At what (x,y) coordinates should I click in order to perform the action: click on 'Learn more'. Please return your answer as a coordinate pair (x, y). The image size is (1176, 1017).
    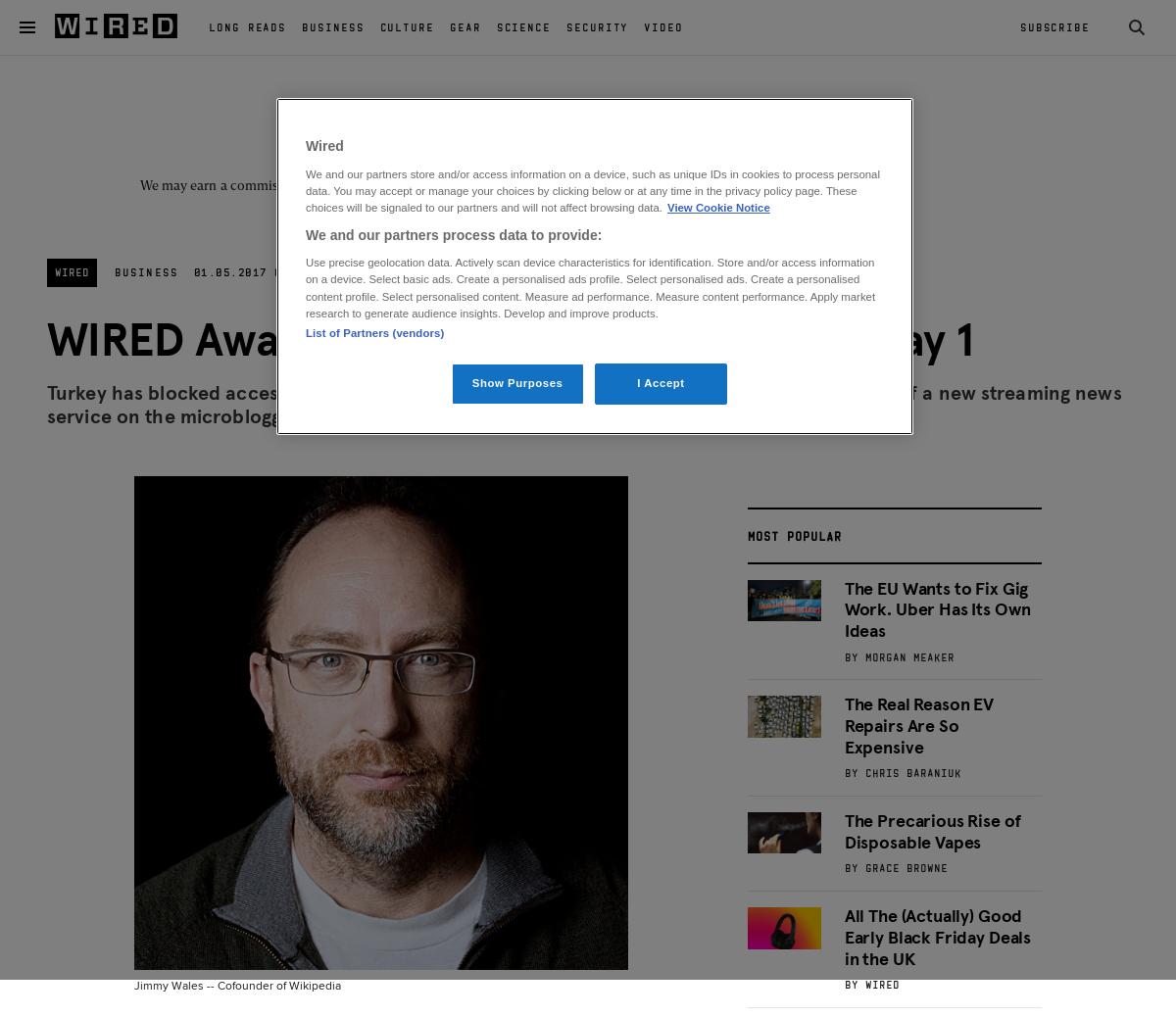
    Looking at the image, I should click on (677, 183).